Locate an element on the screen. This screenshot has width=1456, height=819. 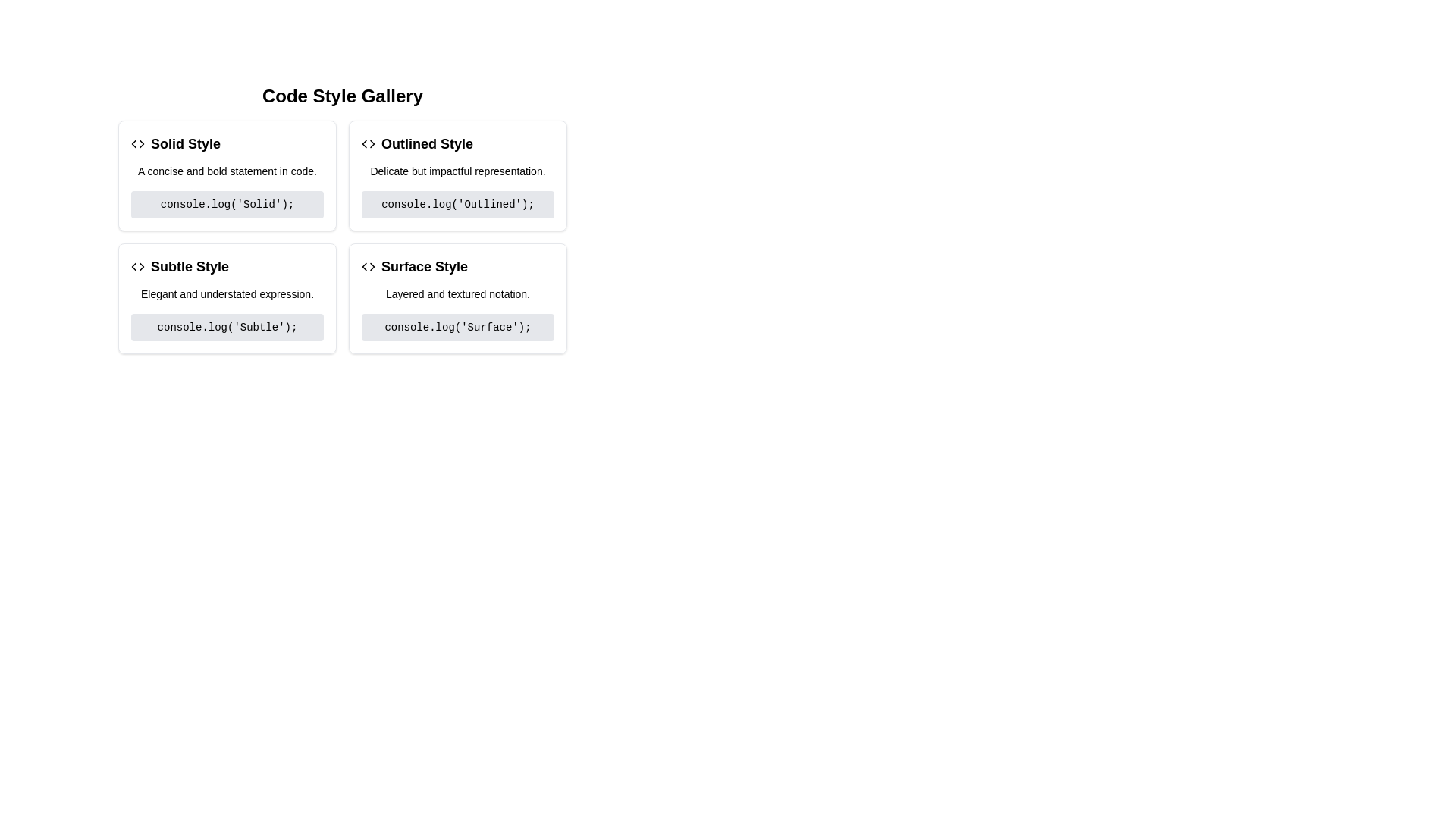
the 'Surface Style' text label with the accompanying icon, which is styled minimally and located in the second row, third column of a 2x2 grid layout is located at coordinates (457, 265).